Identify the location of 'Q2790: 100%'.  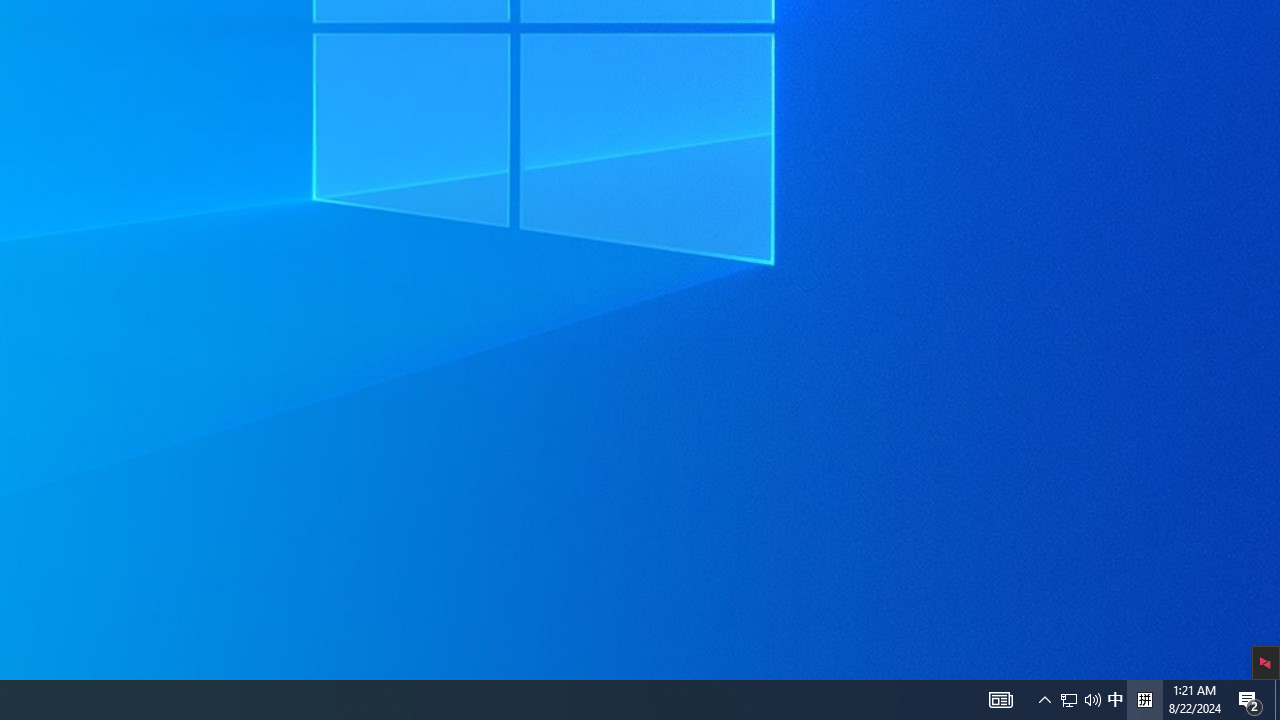
(1092, 698).